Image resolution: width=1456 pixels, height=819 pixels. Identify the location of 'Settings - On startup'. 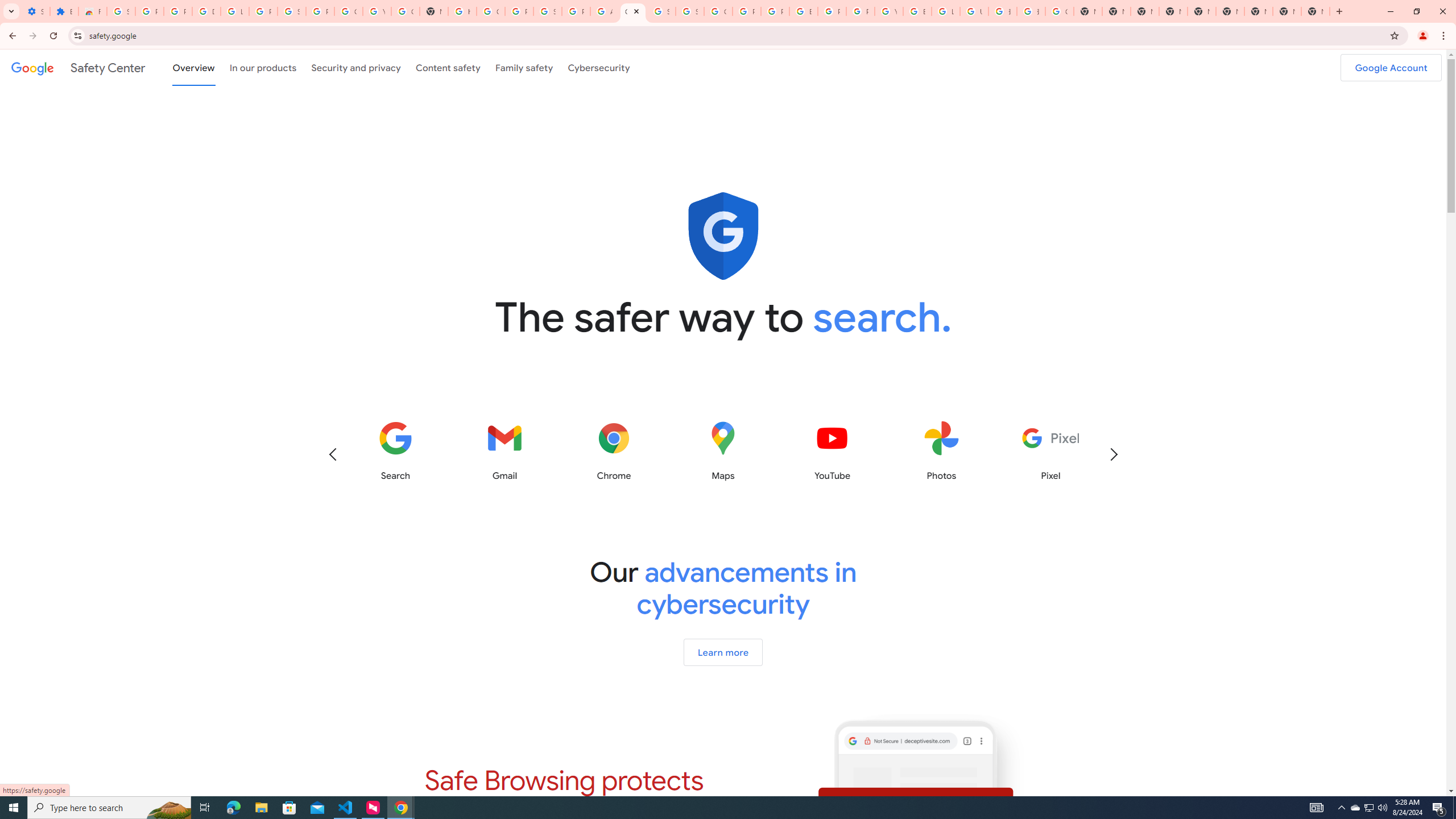
(35, 11).